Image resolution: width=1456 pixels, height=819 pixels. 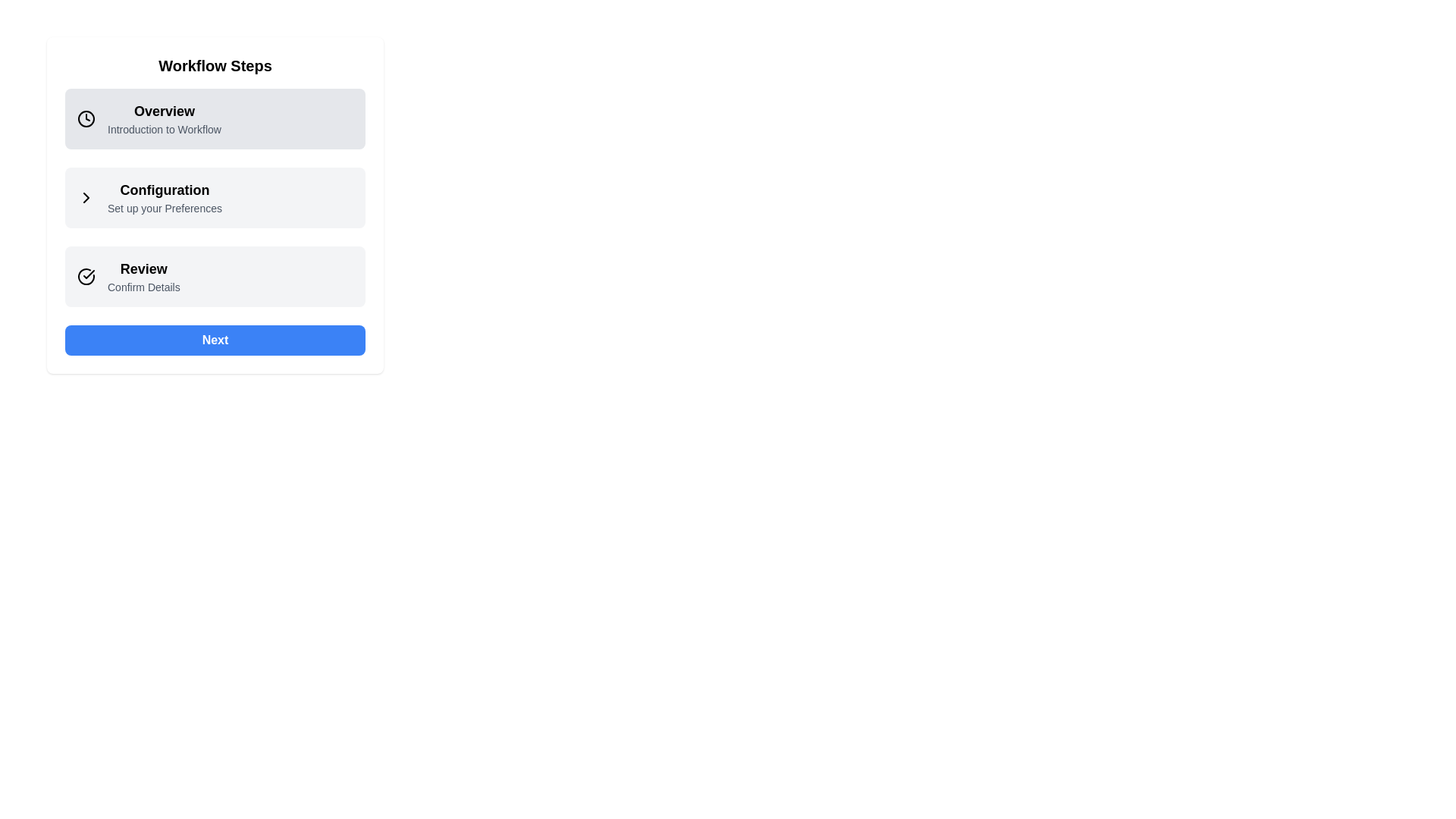 I want to click on the circular clock icon located at the top-left corner of the 'Overview' list item, which is adjacent to the 'Overview' text label, so click(x=86, y=118).